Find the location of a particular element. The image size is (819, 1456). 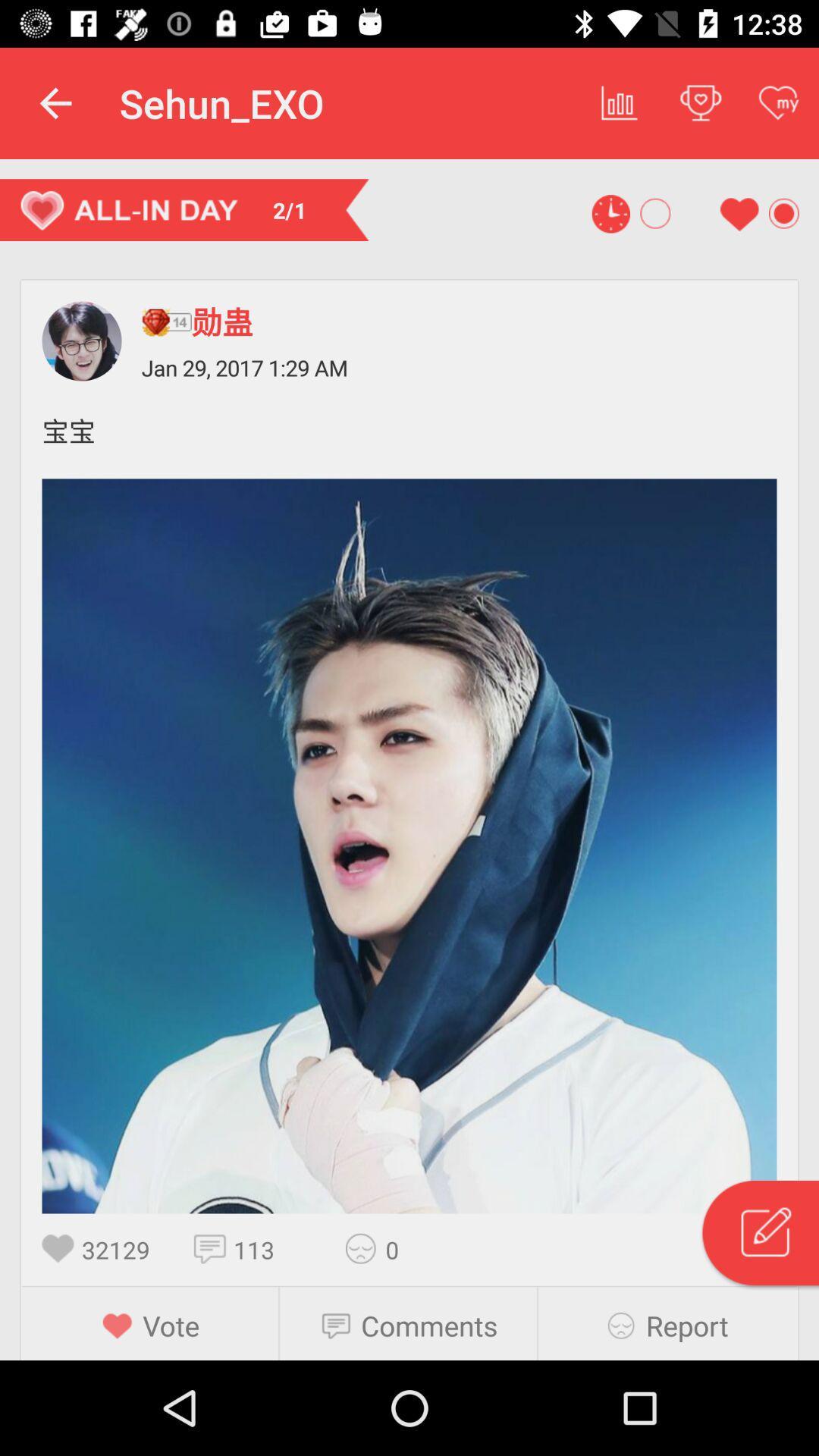

share the article is located at coordinates (366, 1248).